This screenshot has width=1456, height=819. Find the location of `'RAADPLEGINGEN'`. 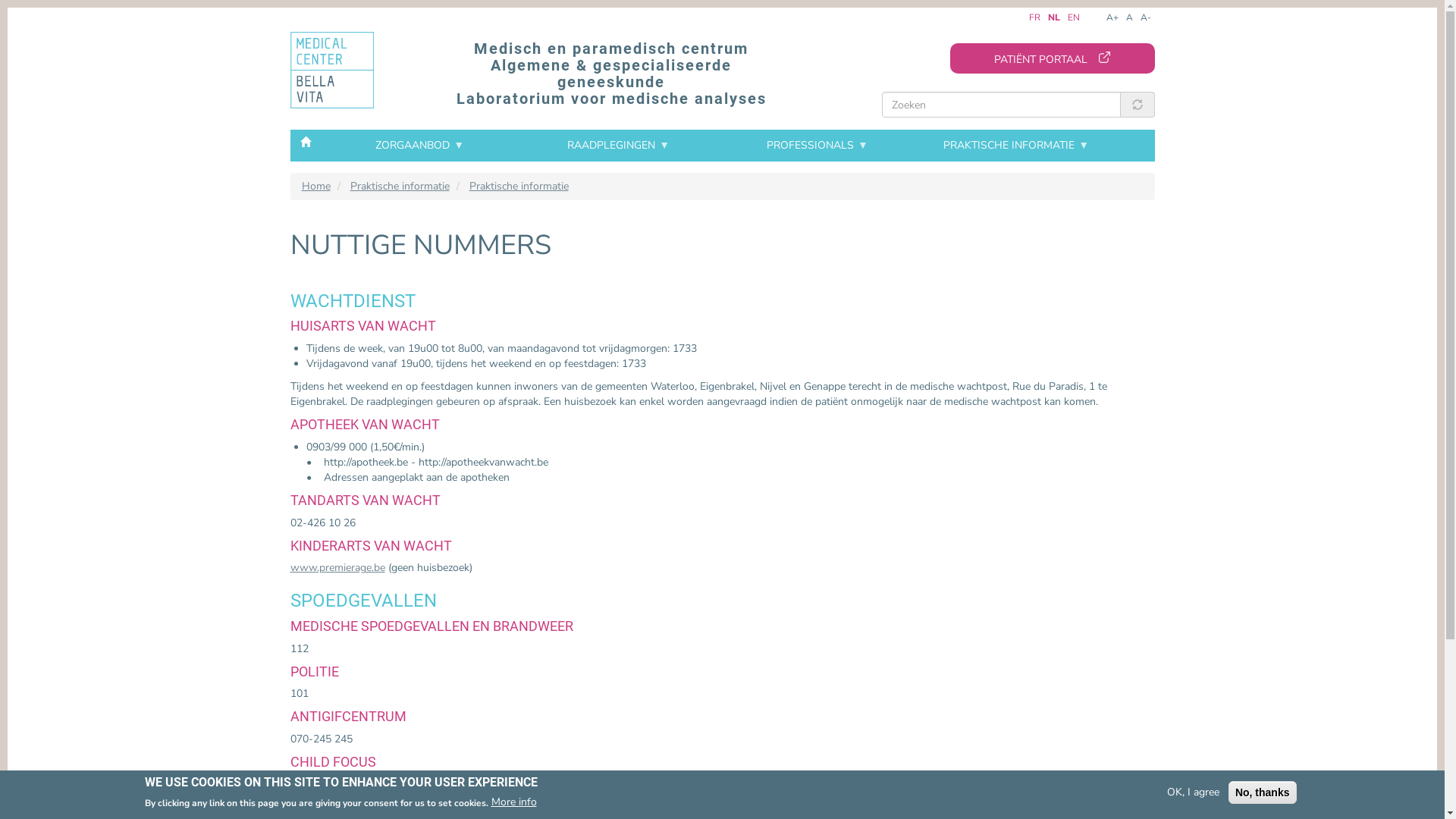

'RAADPLEGINGEN' is located at coordinates (519, 146).